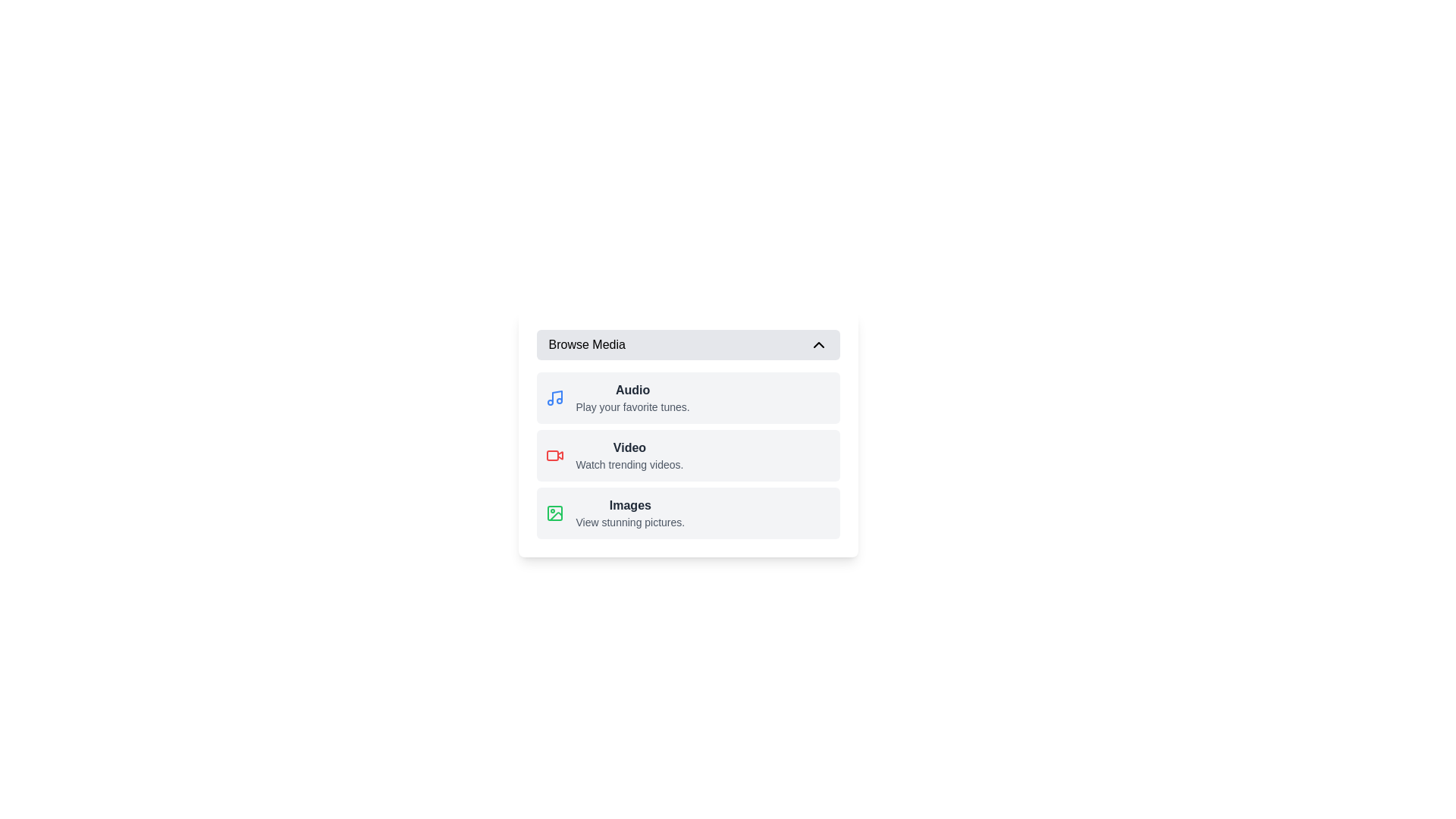 The image size is (1456, 819). I want to click on the text element that reads 'Play your favorite tunes.' which is styled in gray and located beneath the bold header 'Audio' in the 'Browse Media' section, so click(632, 406).